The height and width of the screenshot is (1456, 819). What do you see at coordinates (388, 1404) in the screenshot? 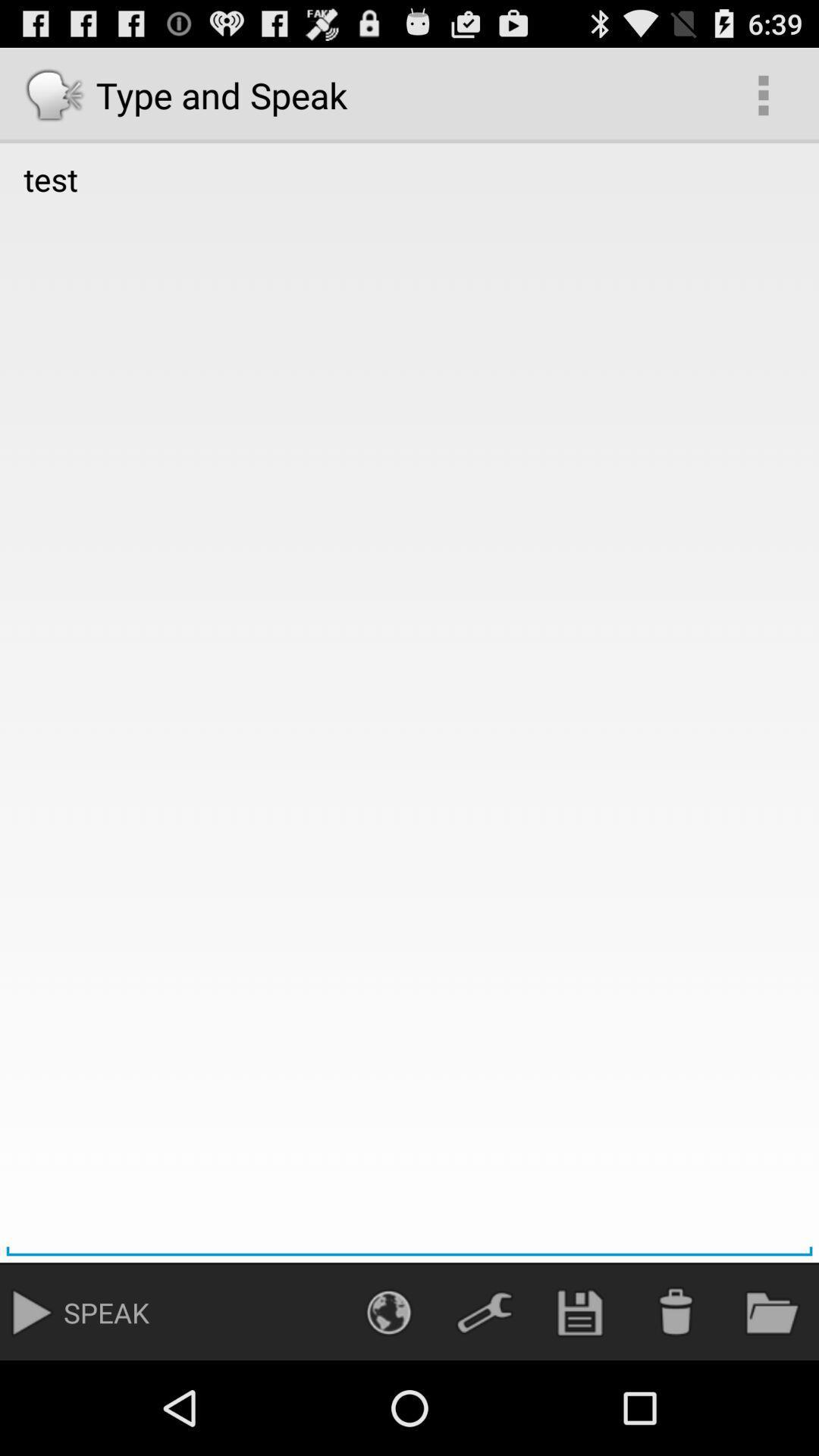
I see `the globe icon` at bounding box center [388, 1404].